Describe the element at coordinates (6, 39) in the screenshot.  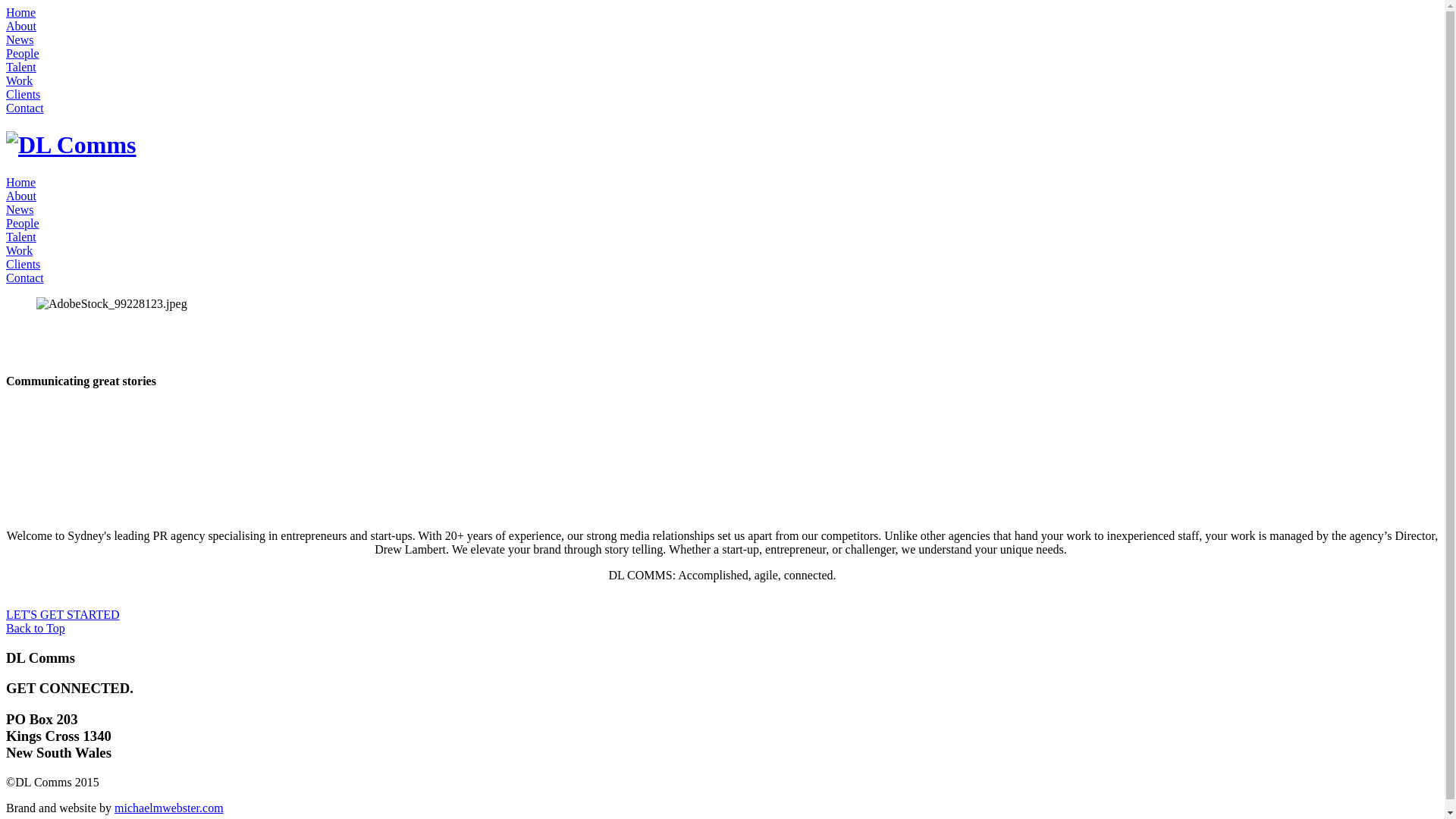
I see `'News'` at that location.